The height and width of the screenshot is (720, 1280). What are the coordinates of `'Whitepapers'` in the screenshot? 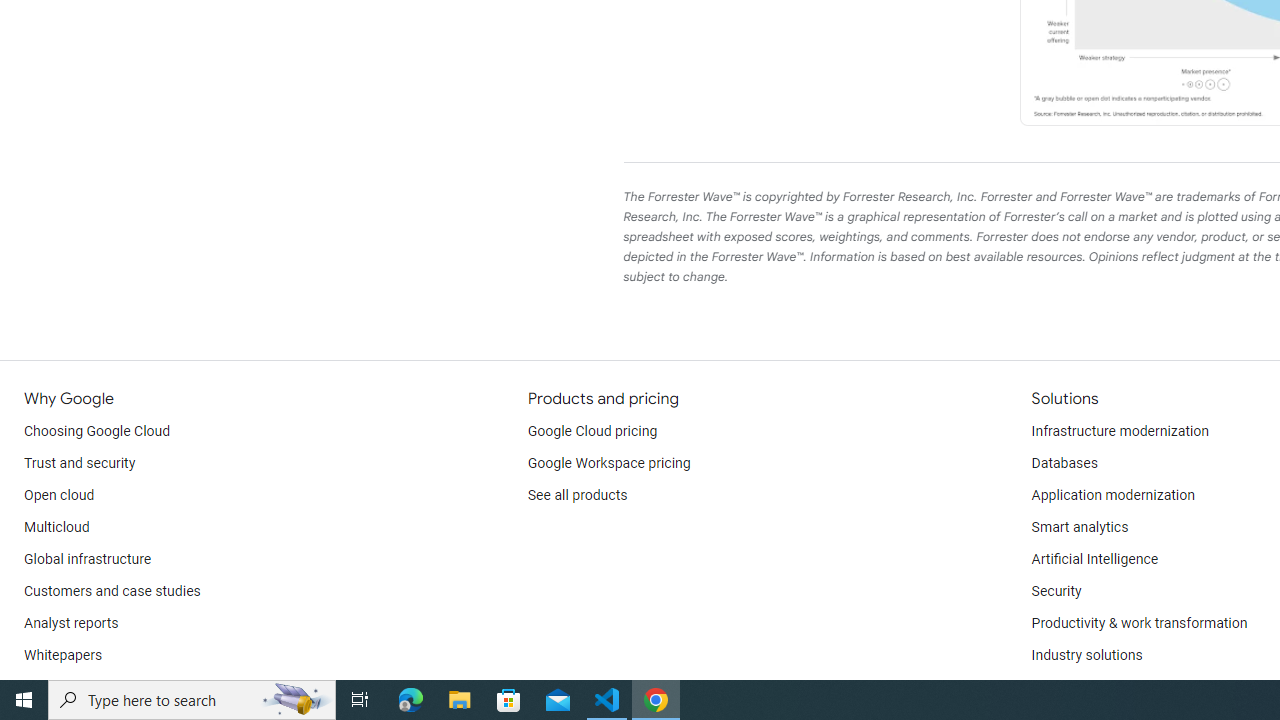 It's located at (63, 655).